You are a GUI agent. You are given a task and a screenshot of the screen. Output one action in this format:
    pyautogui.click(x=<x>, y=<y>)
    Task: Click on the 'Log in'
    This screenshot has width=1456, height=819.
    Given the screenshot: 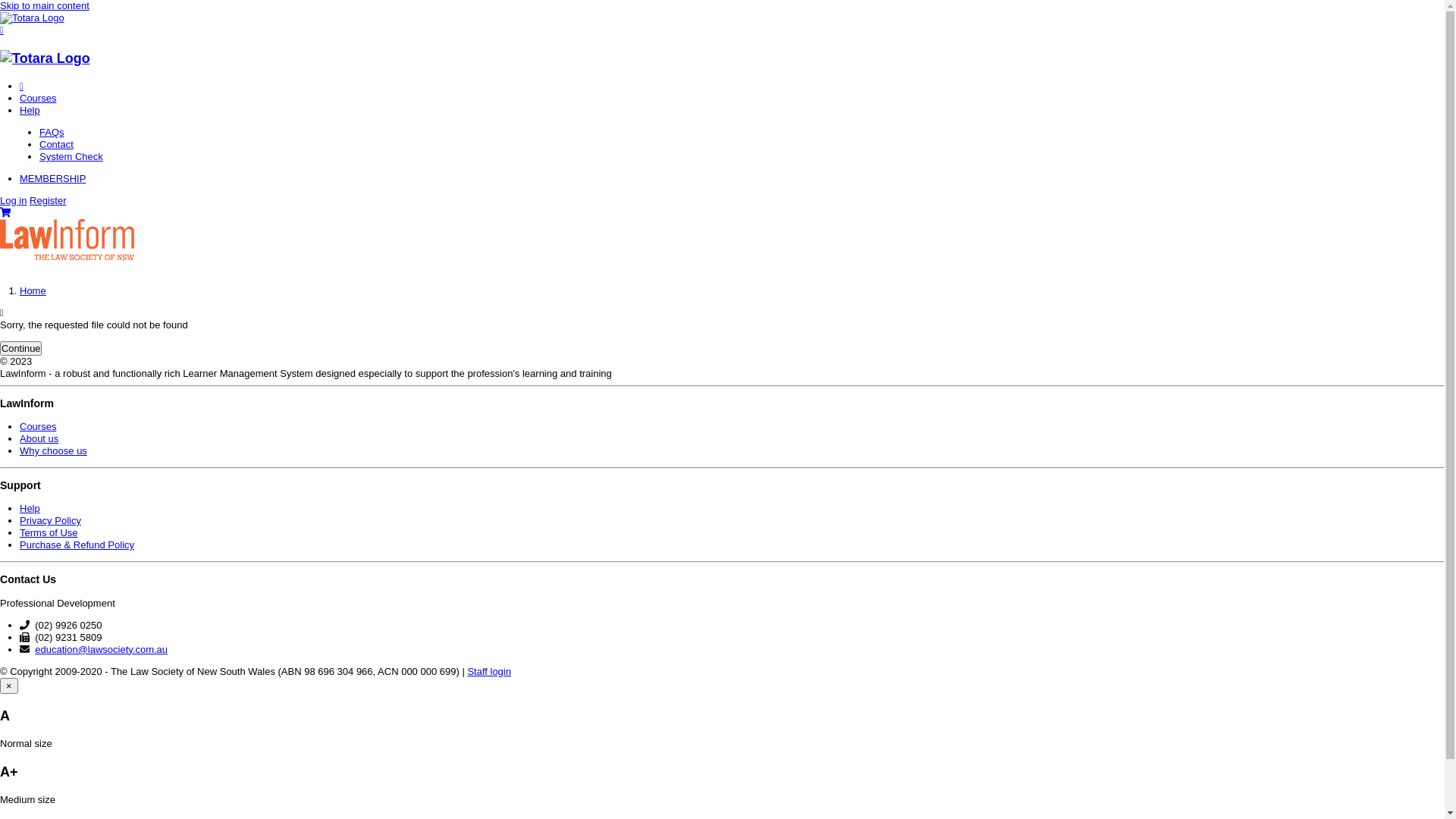 What is the action you would take?
    pyautogui.click(x=13, y=199)
    